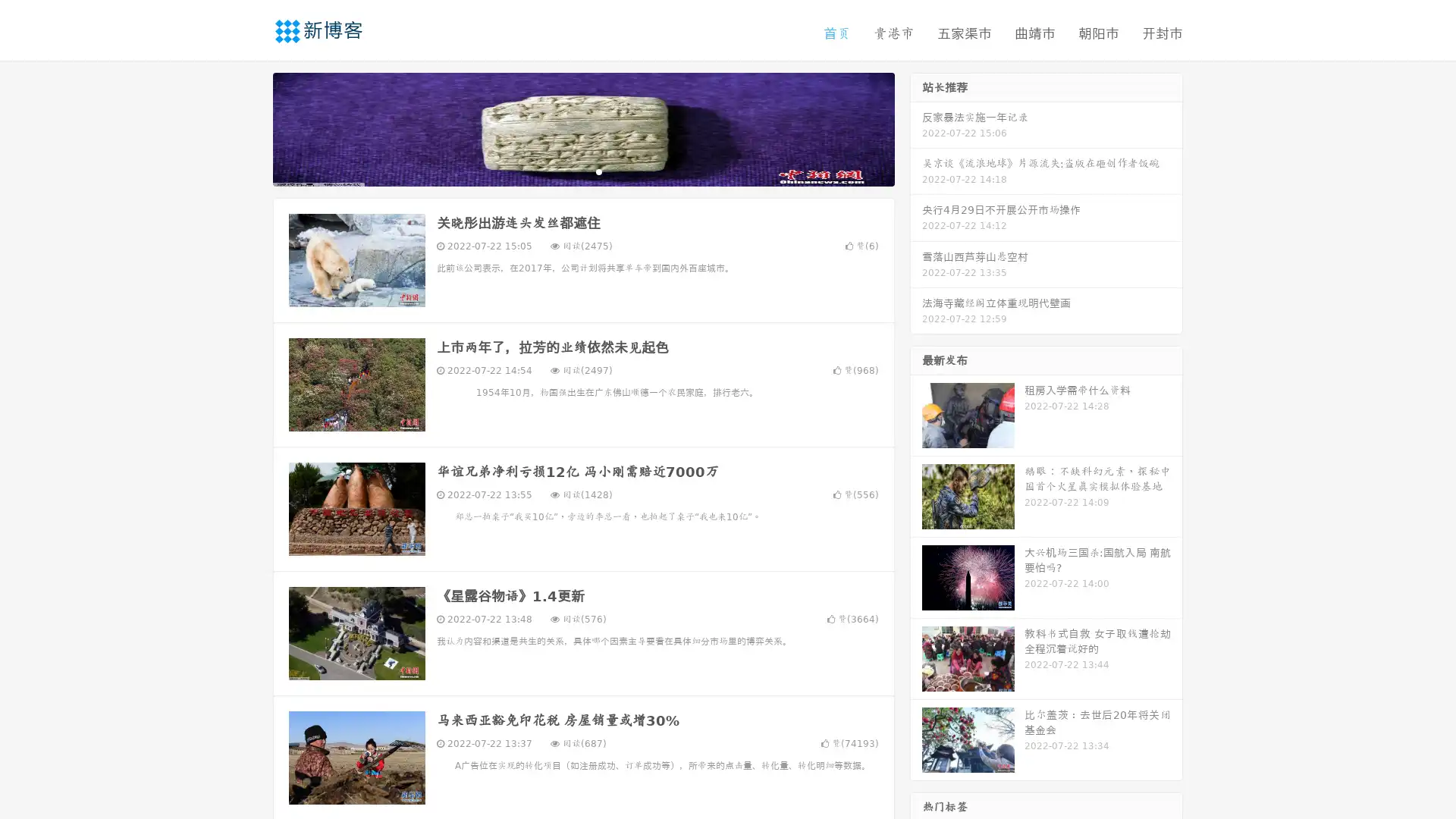  What do you see at coordinates (916, 127) in the screenshot?
I see `Next slide` at bounding box center [916, 127].